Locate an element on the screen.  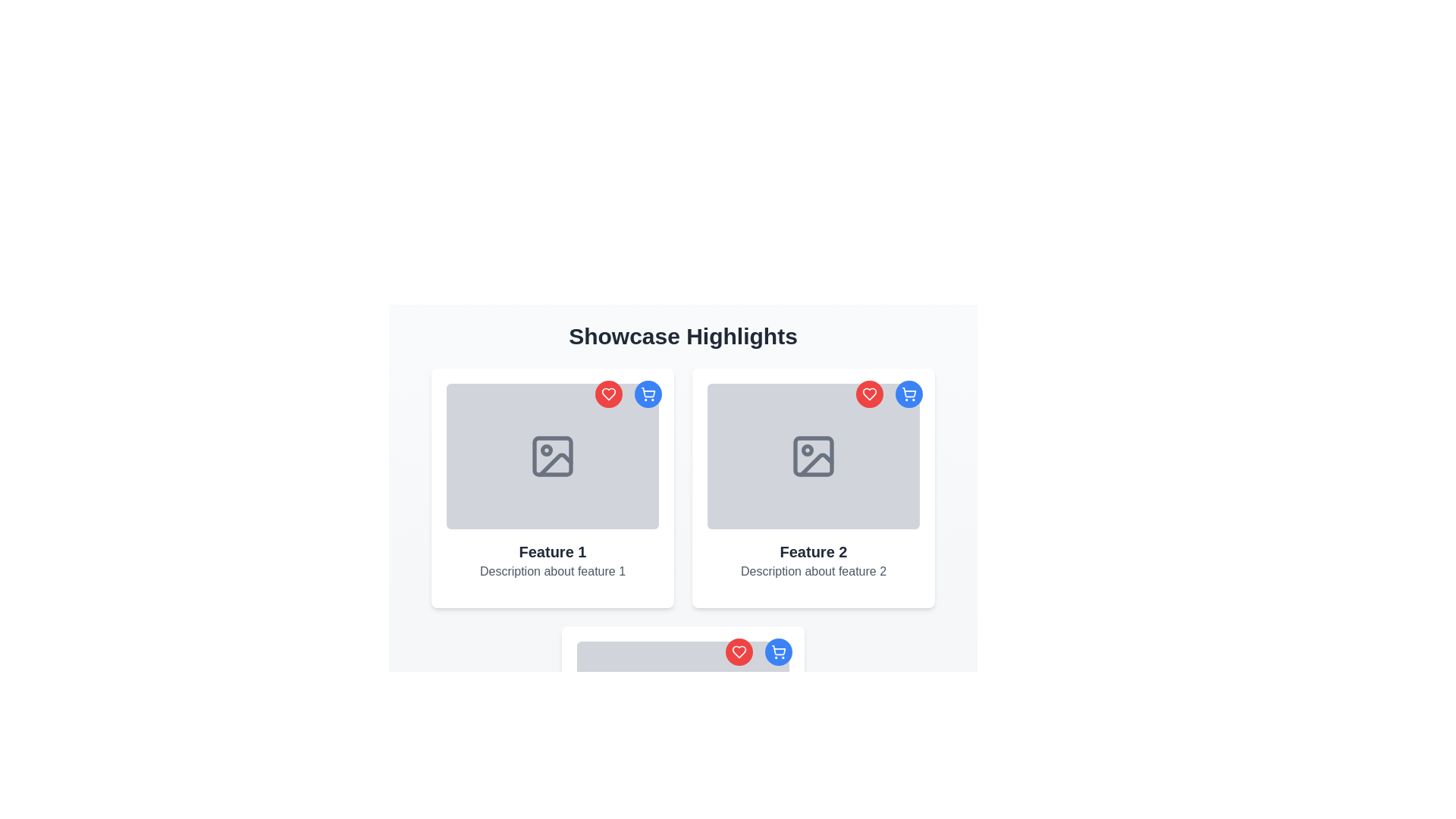
the icon button located in the top-right corner of the 'Feature 2' box in the 'Showcase Highlights' section is located at coordinates (648, 394).